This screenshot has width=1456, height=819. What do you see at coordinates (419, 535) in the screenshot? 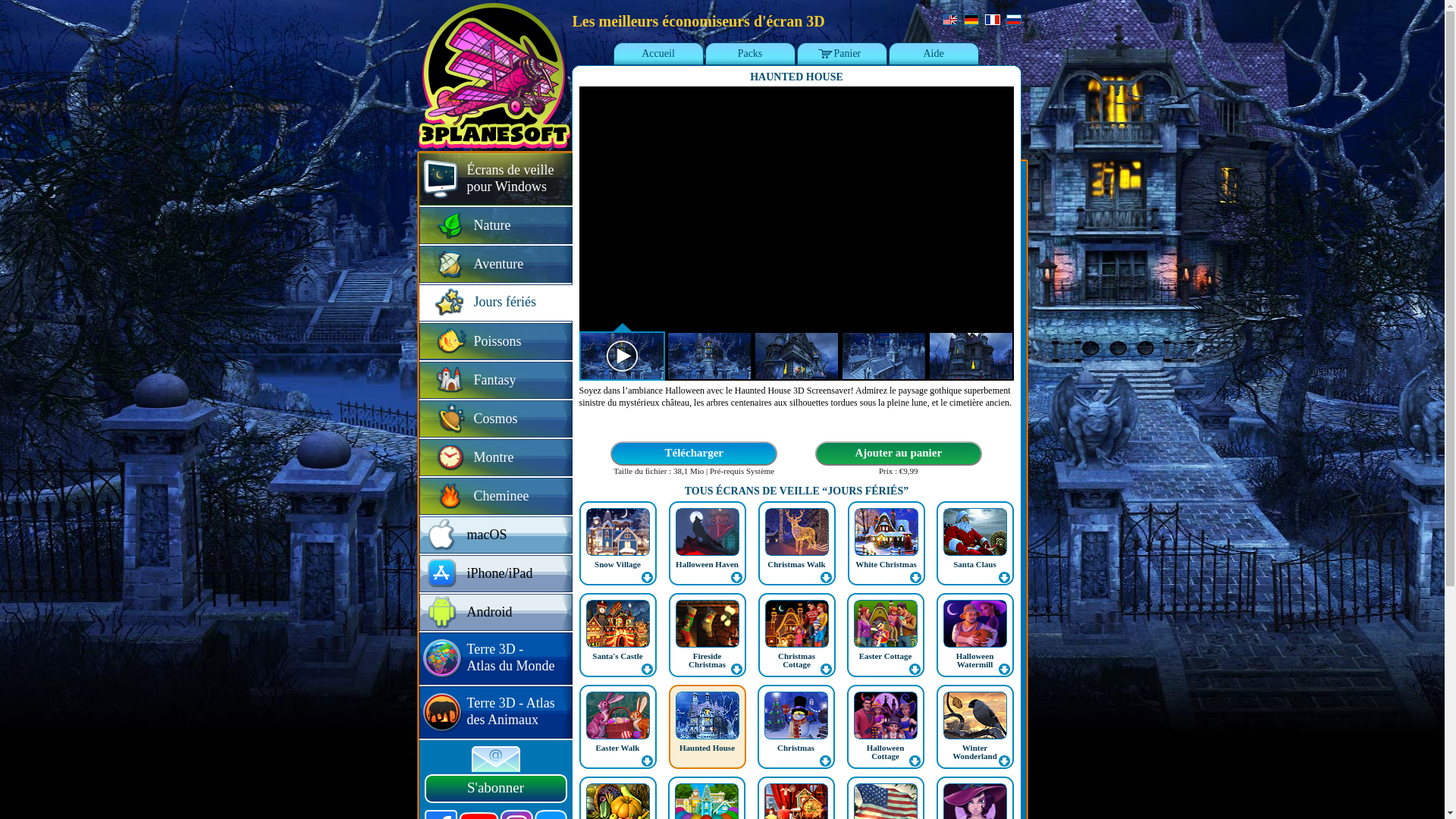
I see `'macOS'` at bounding box center [419, 535].